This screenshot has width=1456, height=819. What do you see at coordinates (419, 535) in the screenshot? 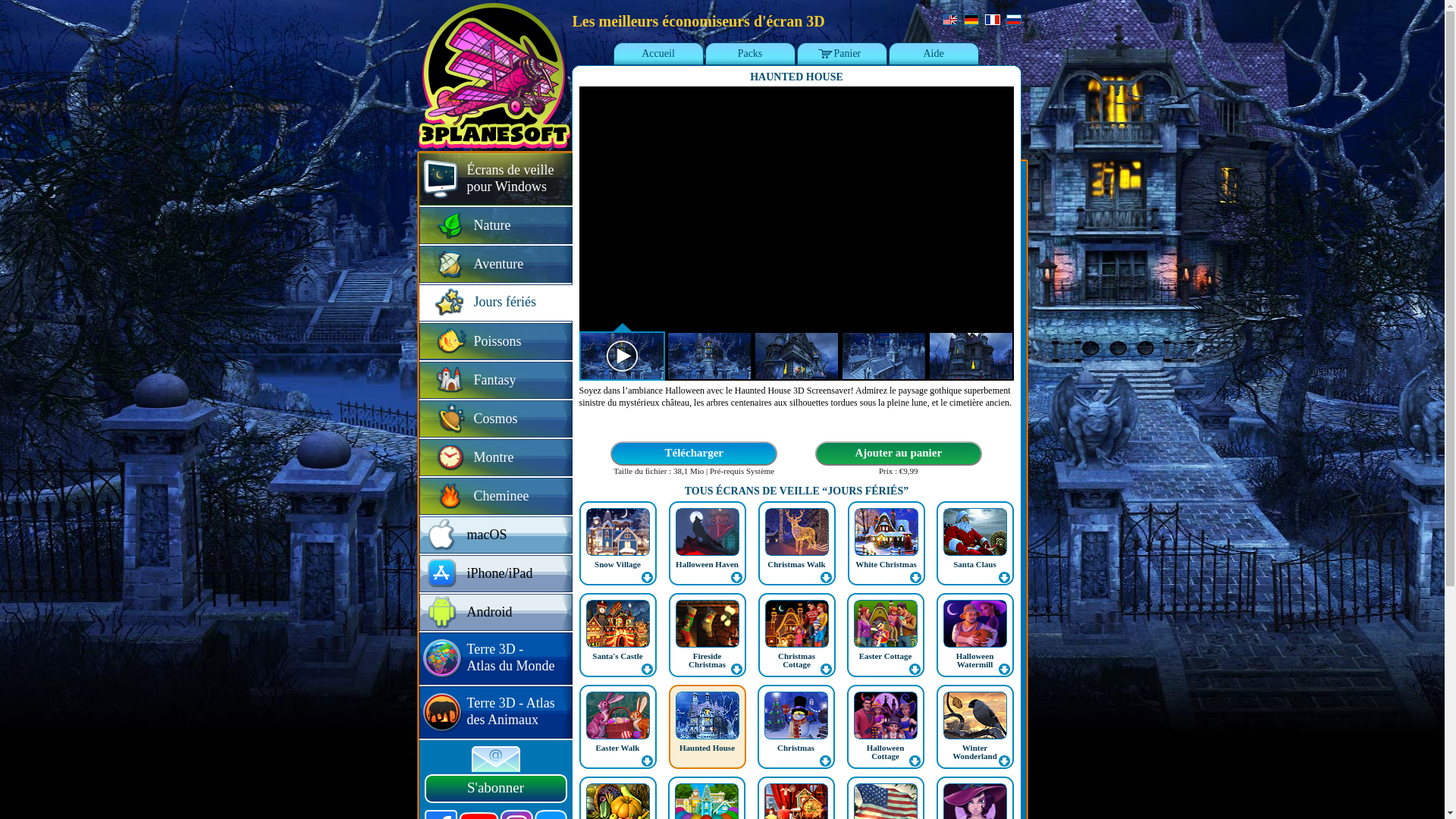
I see `'macOS'` at bounding box center [419, 535].